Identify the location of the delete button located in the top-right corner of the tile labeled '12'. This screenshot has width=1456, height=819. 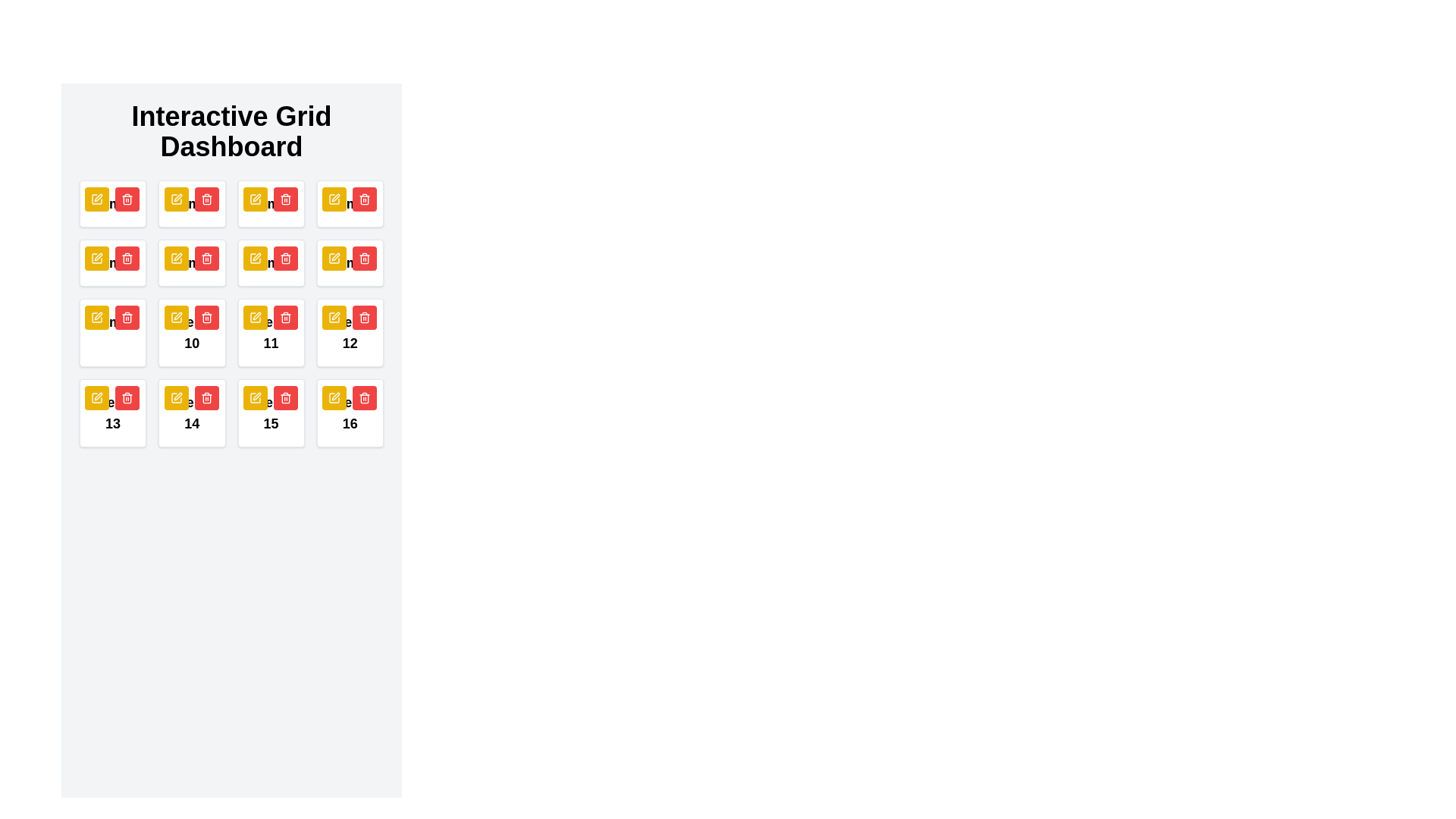
(364, 317).